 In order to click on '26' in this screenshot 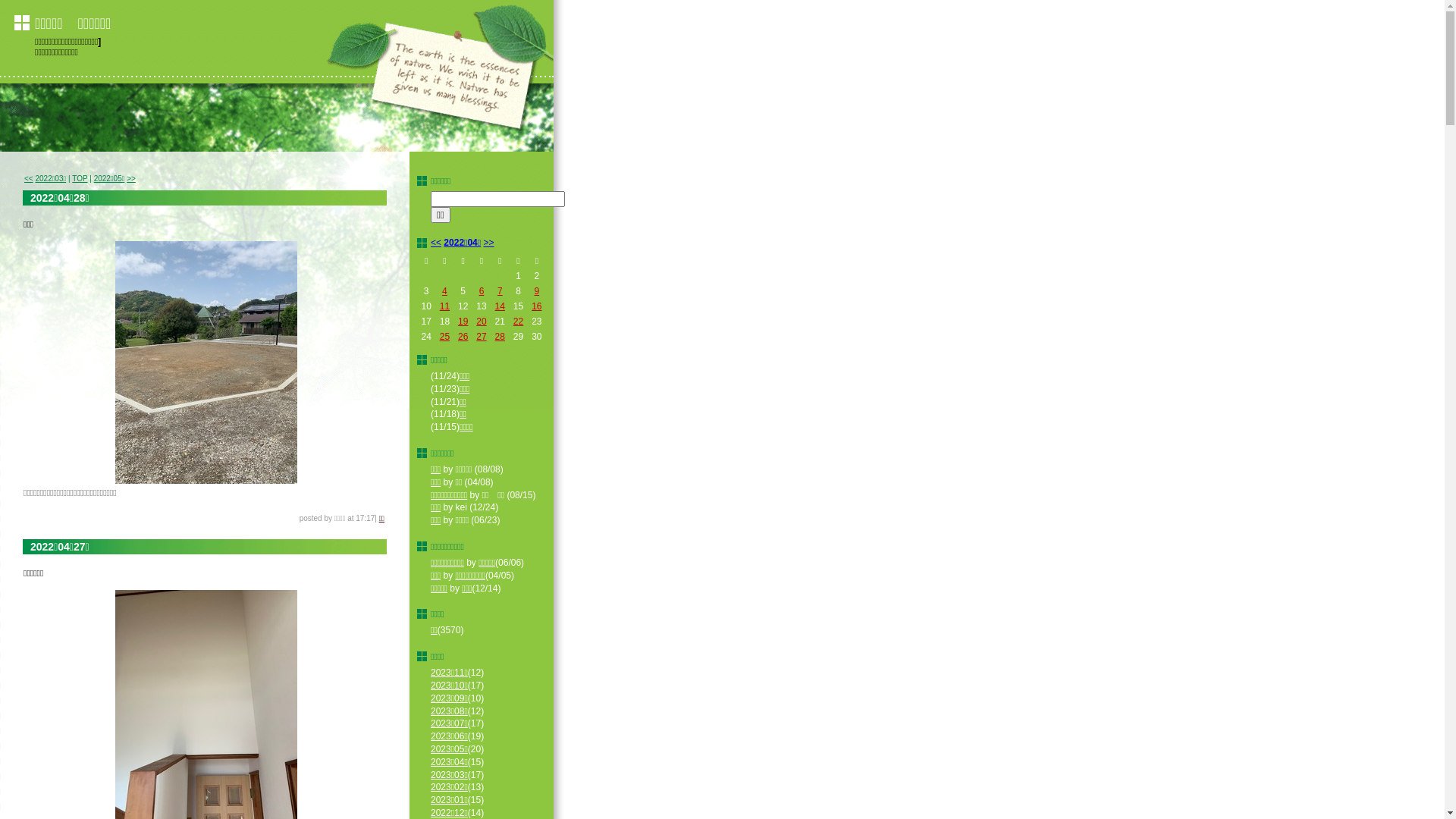, I will do `click(462, 335)`.